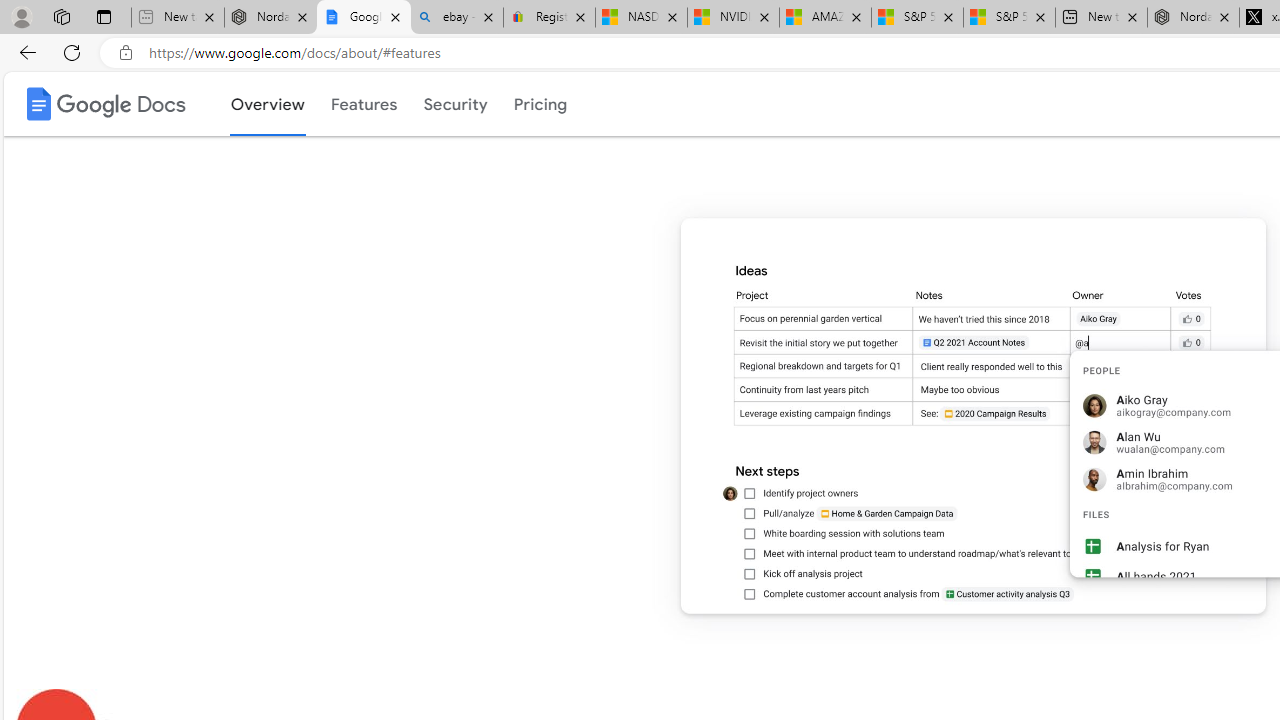  I want to click on 'ebay - Search', so click(455, 17).